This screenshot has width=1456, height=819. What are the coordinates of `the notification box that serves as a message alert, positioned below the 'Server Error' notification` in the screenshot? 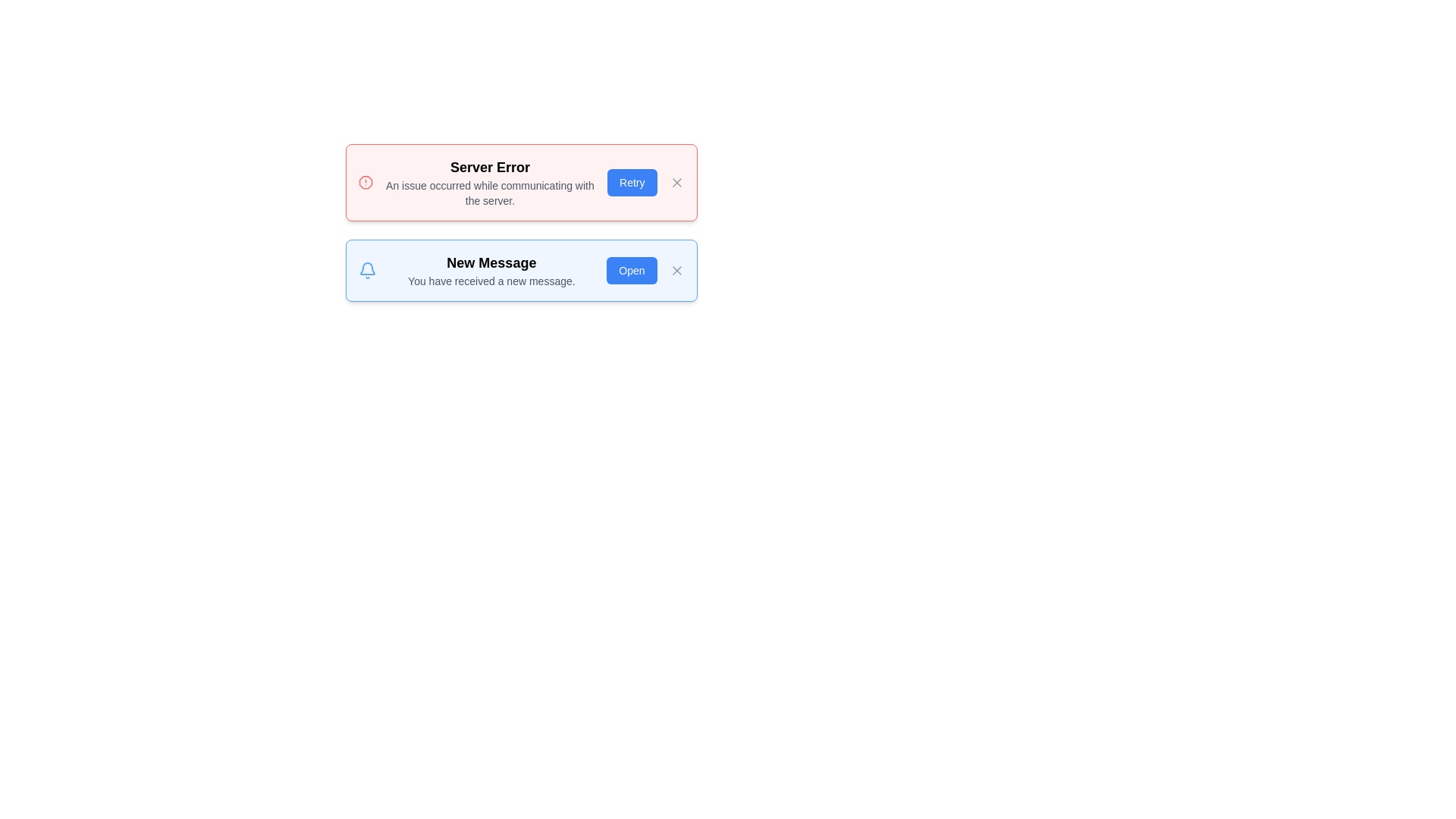 It's located at (521, 270).